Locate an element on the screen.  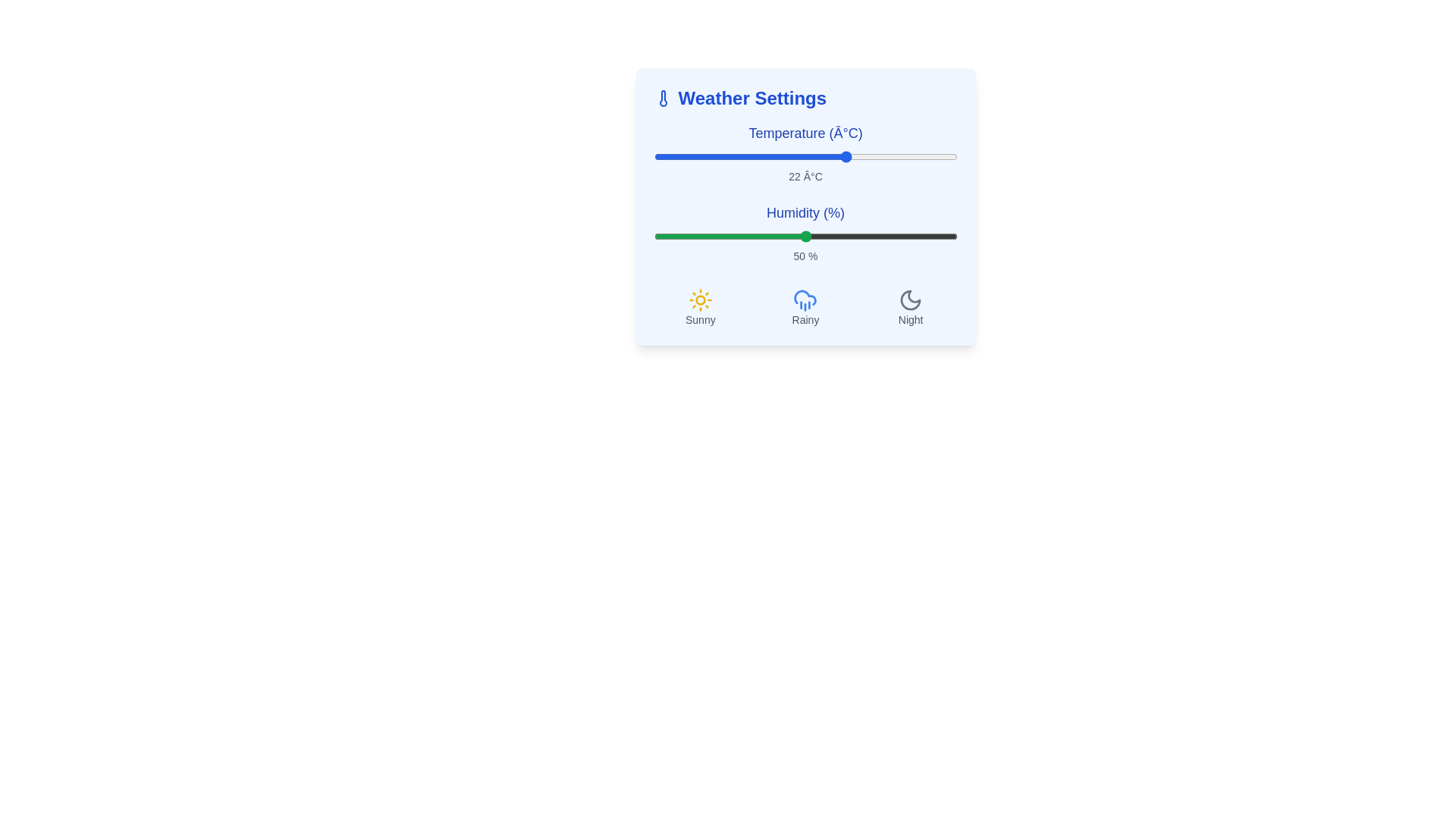
the sun icon, which is yellow with a round center and rays, located leftmost below the 'Humidity (%)' label is located at coordinates (699, 300).